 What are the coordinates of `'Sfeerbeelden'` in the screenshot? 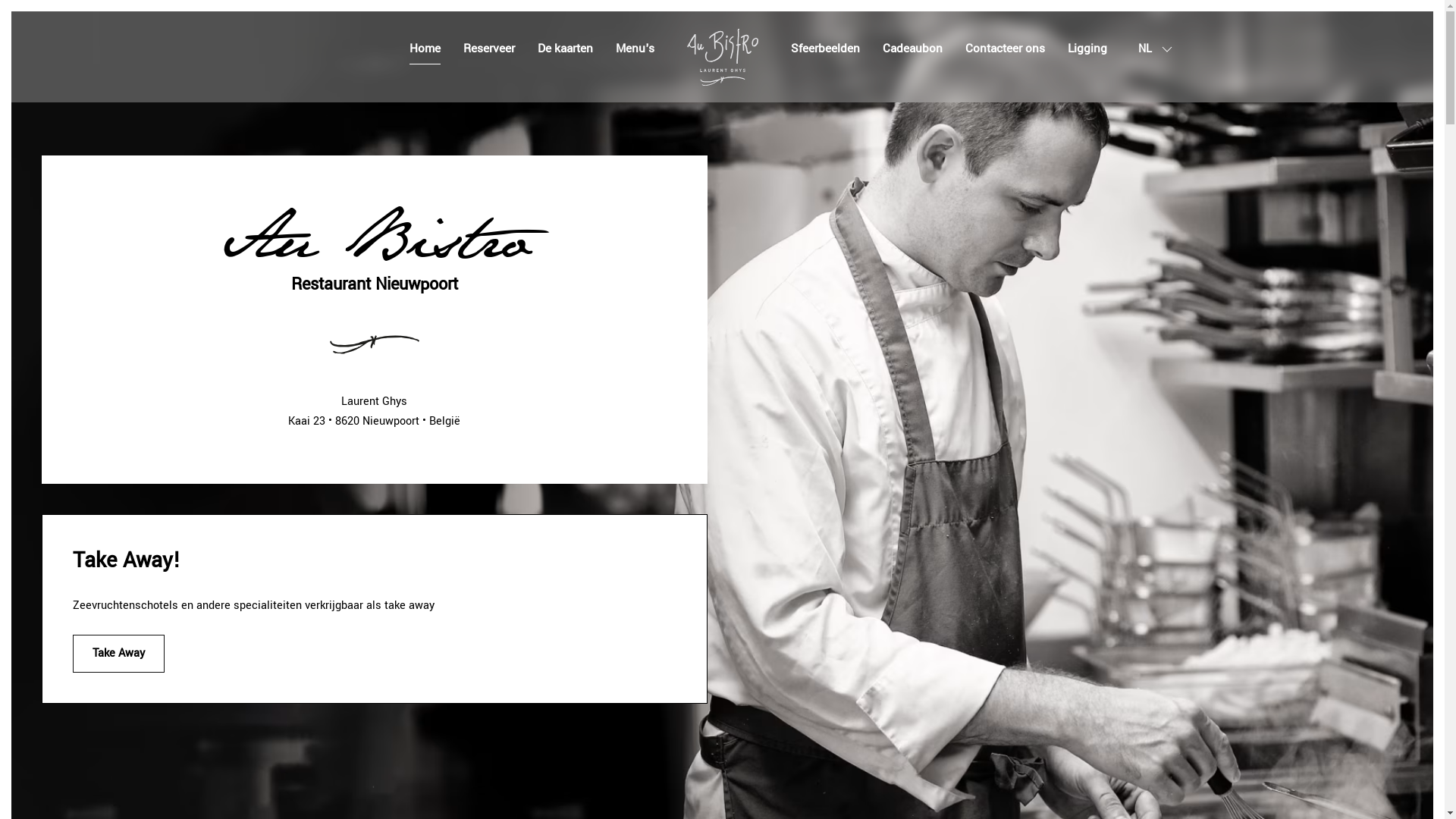 It's located at (824, 49).